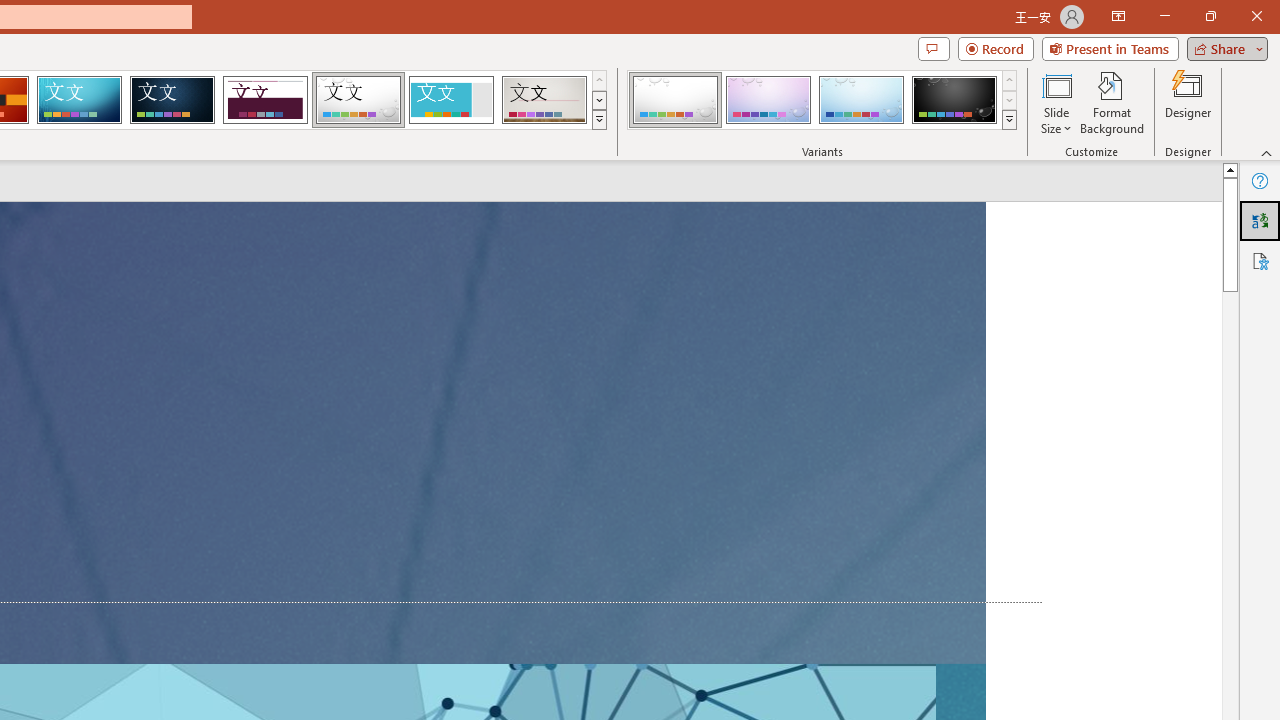 Image resolution: width=1280 pixels, height=720 pixels. I want to click on 'Damask', so click(172, 100).